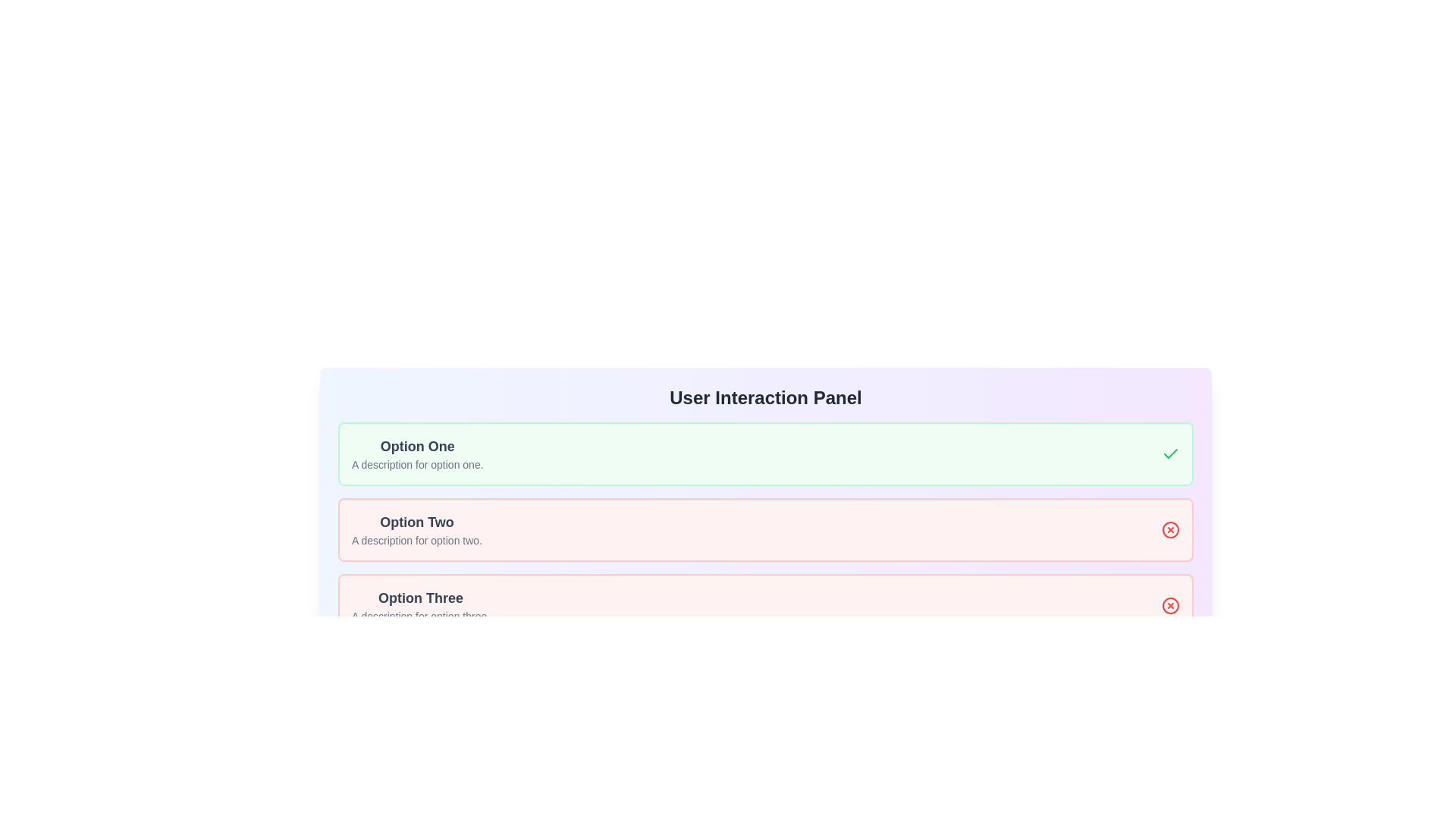 The width and height of the screenshot is (1456, 819). I want to click on the checkmark icon located in the top right corner of the 'Option One' card, so click(1170, 453).